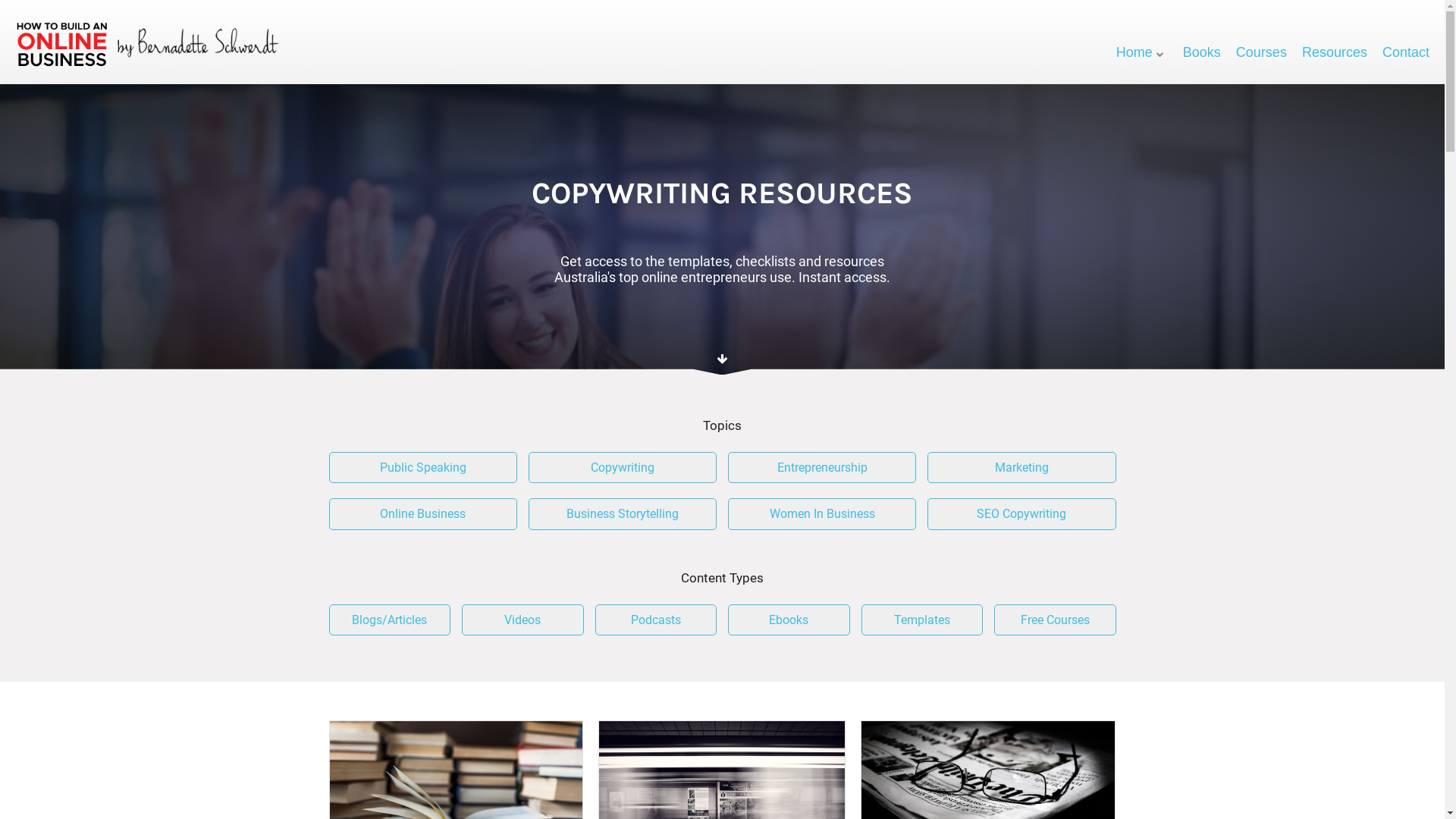 This screenshot has width=1456, height=819. I want to click on 'Templates', so click(861, 620).